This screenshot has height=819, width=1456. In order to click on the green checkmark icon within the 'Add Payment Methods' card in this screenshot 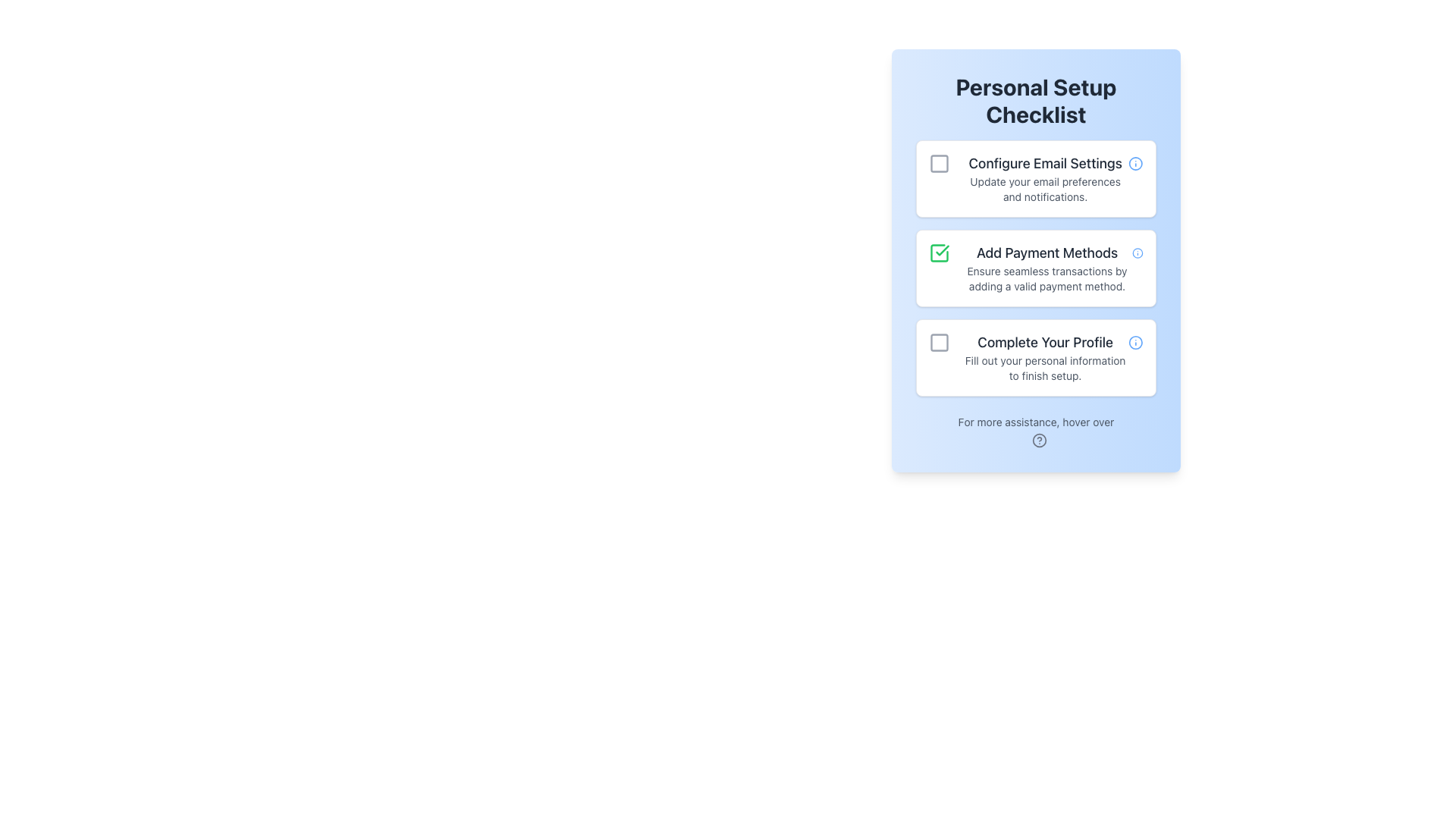, I will do `click(938, 253)`.